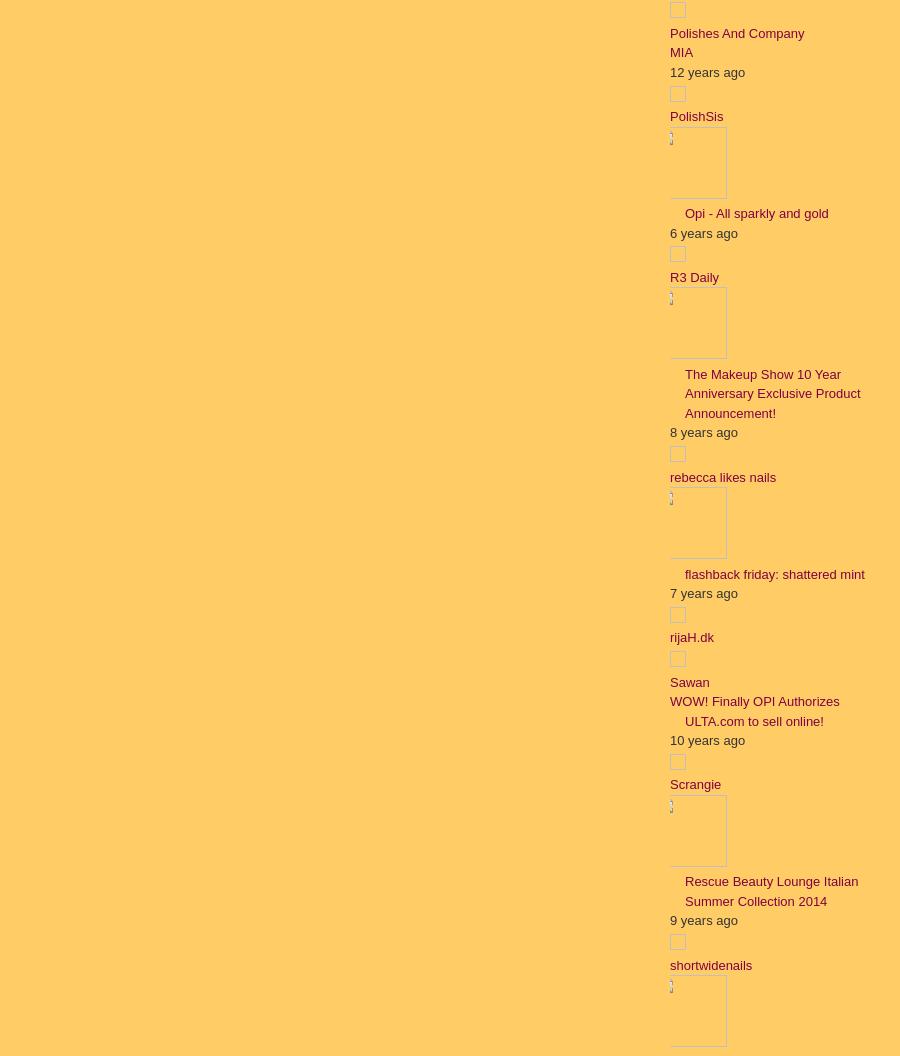 Image resolution: width=900 pixels, height=1056 pixels. What do you see at coordinates (683, 573) in the screenshot?
I see `'flashback friday: shattered mint'` at bounding box center [683, 573].